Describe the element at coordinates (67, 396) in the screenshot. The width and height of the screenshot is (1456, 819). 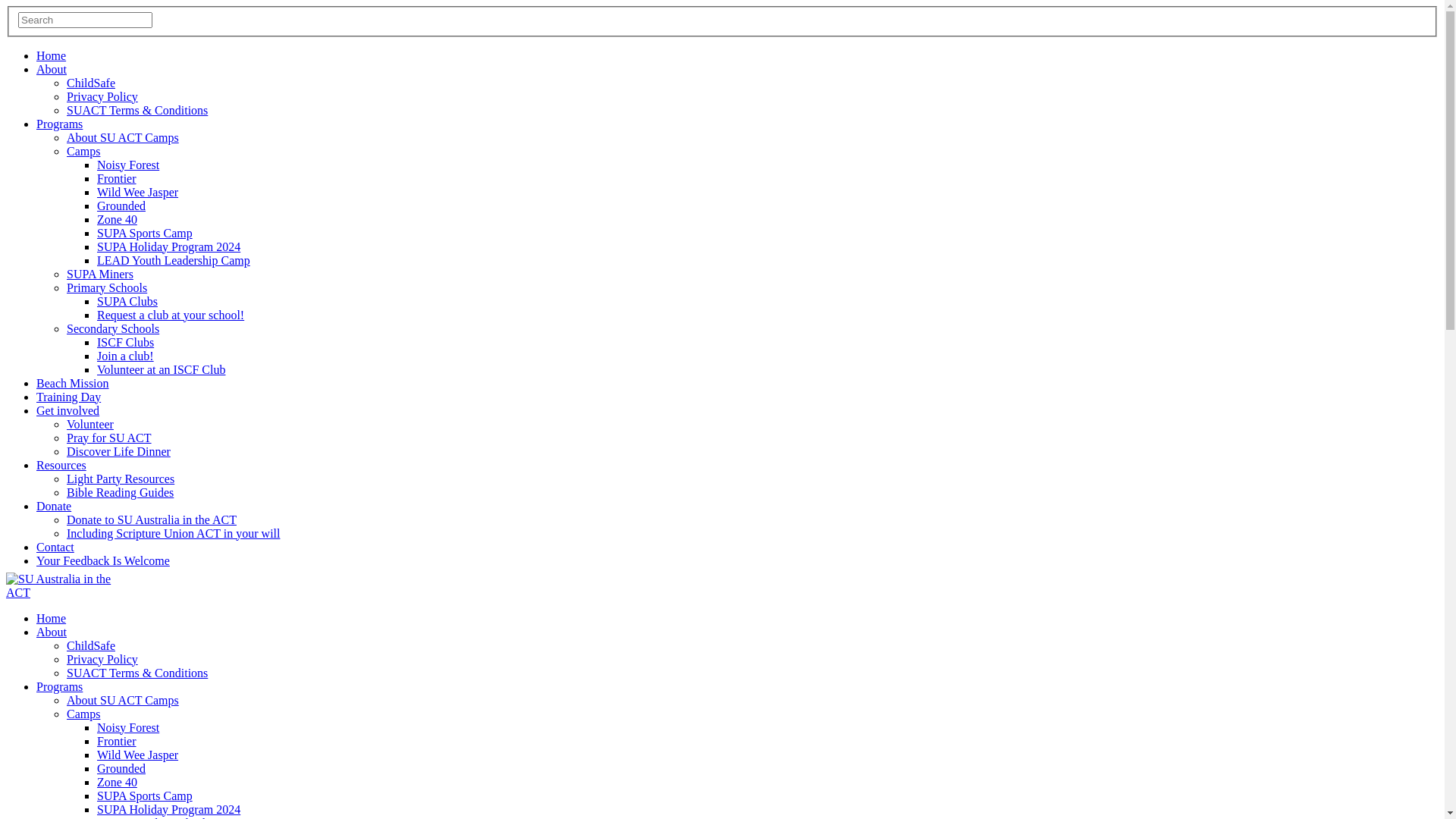
I see `'Training Day'` at that location.